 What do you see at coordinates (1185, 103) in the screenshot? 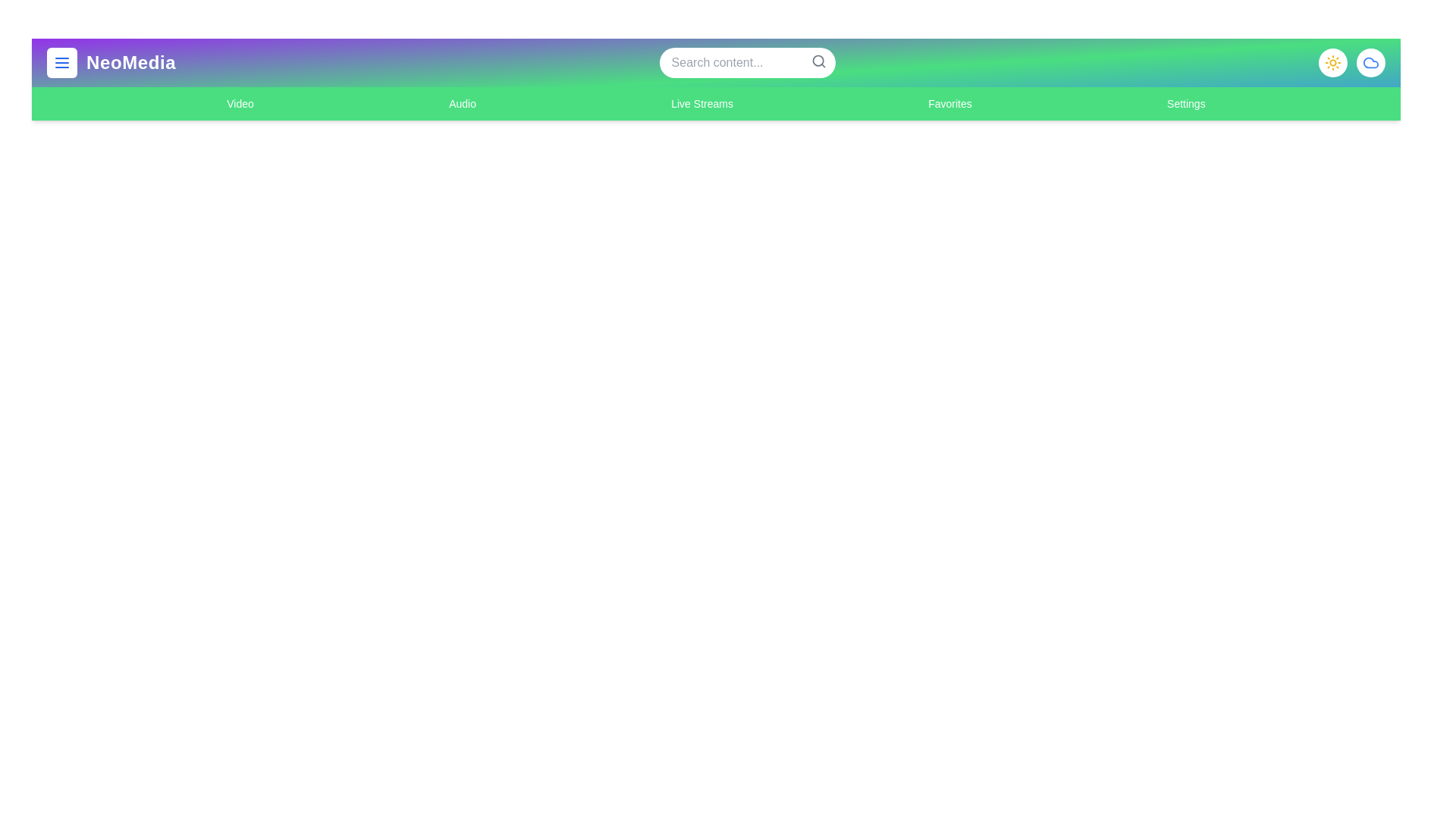
I see `the navigation link labeled Settings` at bounding box center [1185, 103].